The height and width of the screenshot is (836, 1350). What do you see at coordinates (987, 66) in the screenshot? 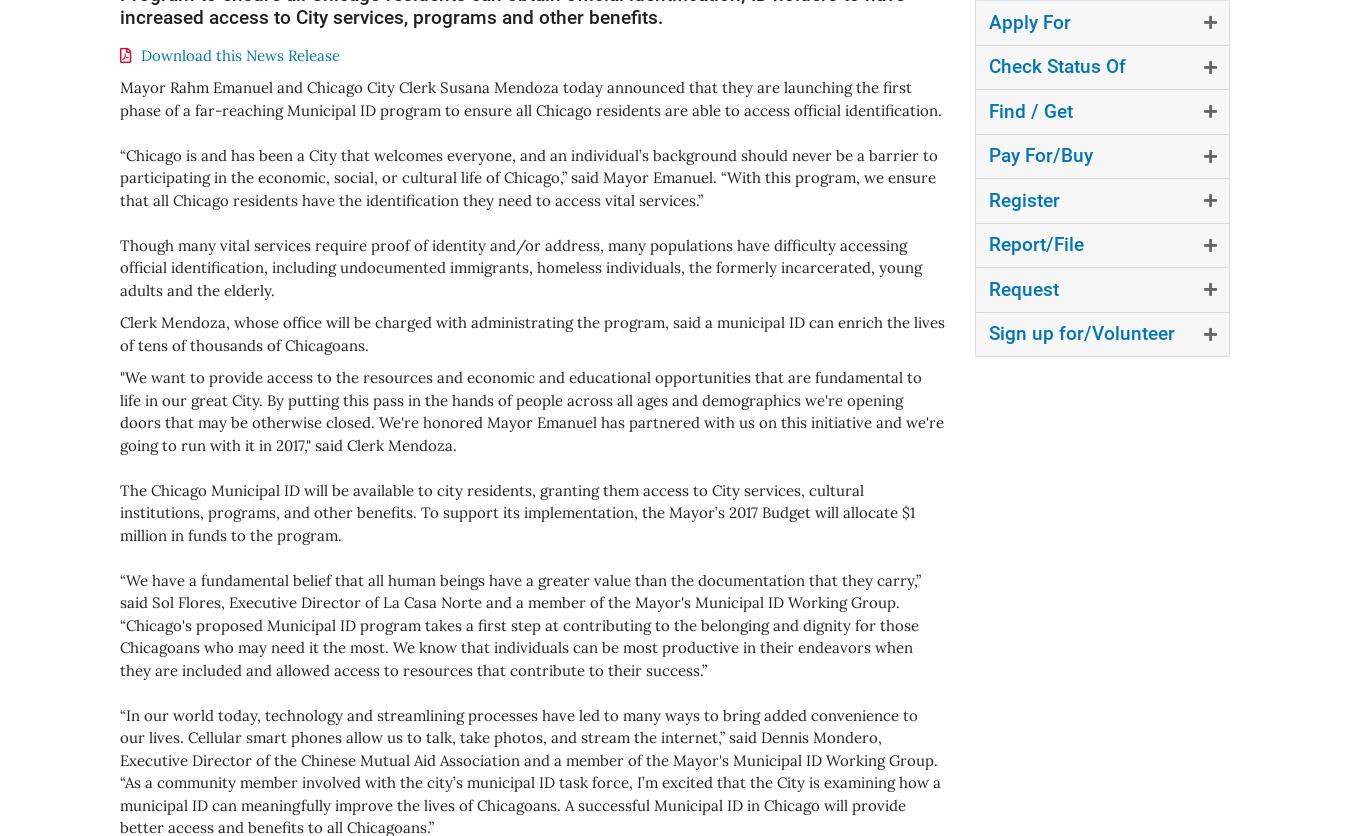
I see `'Check Status Of'` at bounding box center [987, 66].